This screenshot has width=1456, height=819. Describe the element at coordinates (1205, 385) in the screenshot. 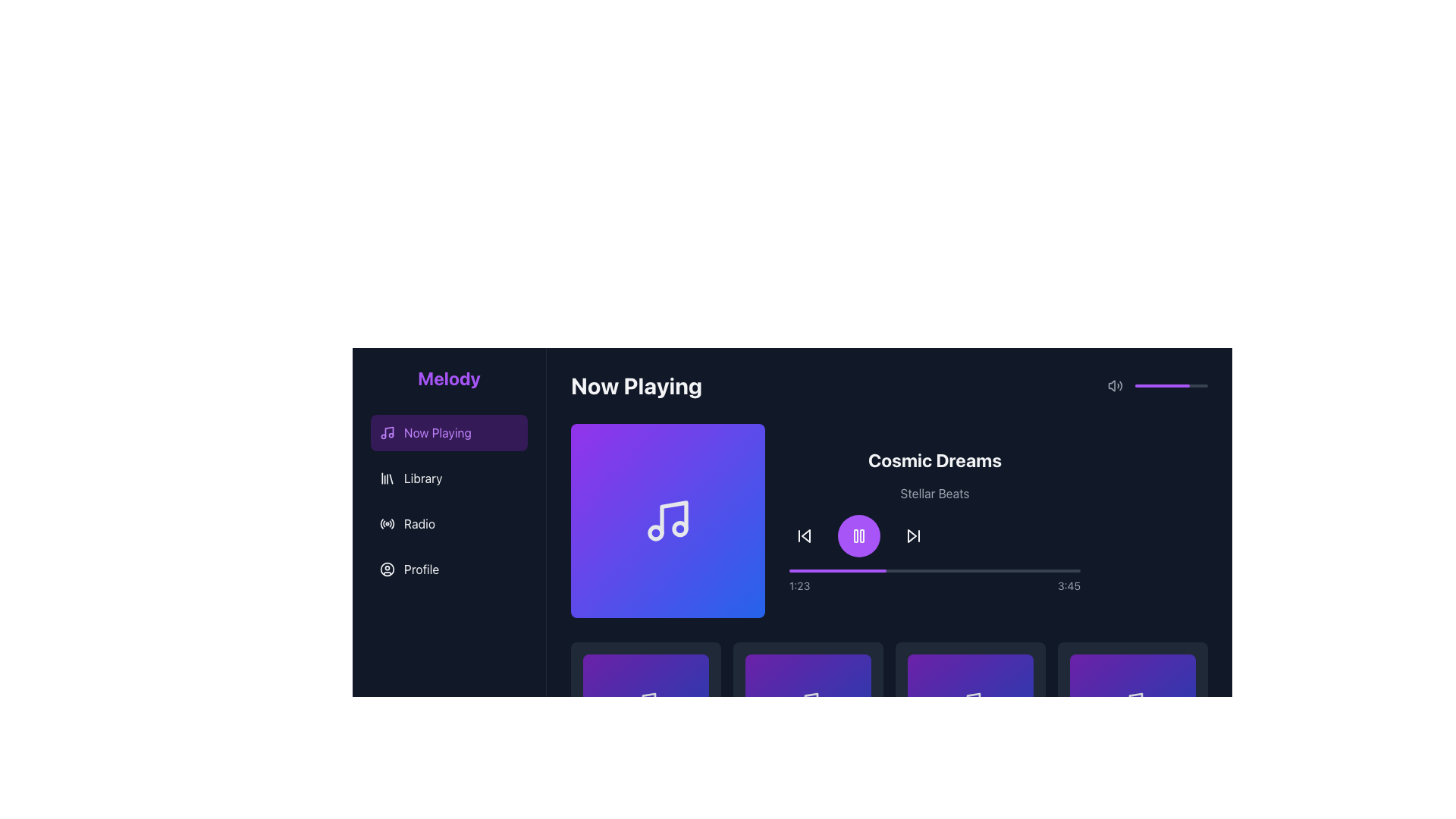

I see `the slider` at that location.